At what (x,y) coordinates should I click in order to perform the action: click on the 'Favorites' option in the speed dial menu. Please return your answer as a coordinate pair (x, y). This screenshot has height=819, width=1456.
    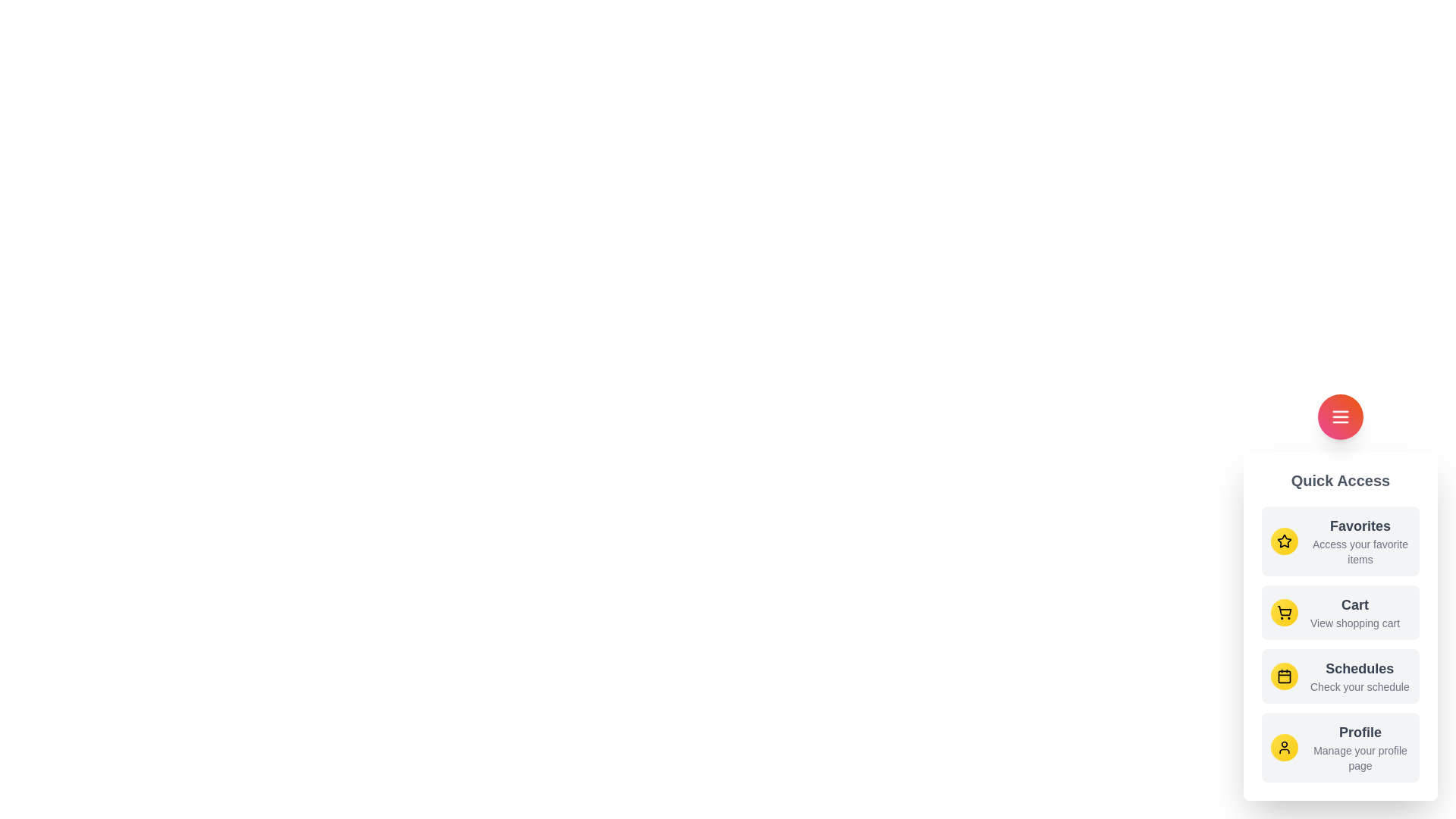
    Looking at the image, I should click on (1340, 540).